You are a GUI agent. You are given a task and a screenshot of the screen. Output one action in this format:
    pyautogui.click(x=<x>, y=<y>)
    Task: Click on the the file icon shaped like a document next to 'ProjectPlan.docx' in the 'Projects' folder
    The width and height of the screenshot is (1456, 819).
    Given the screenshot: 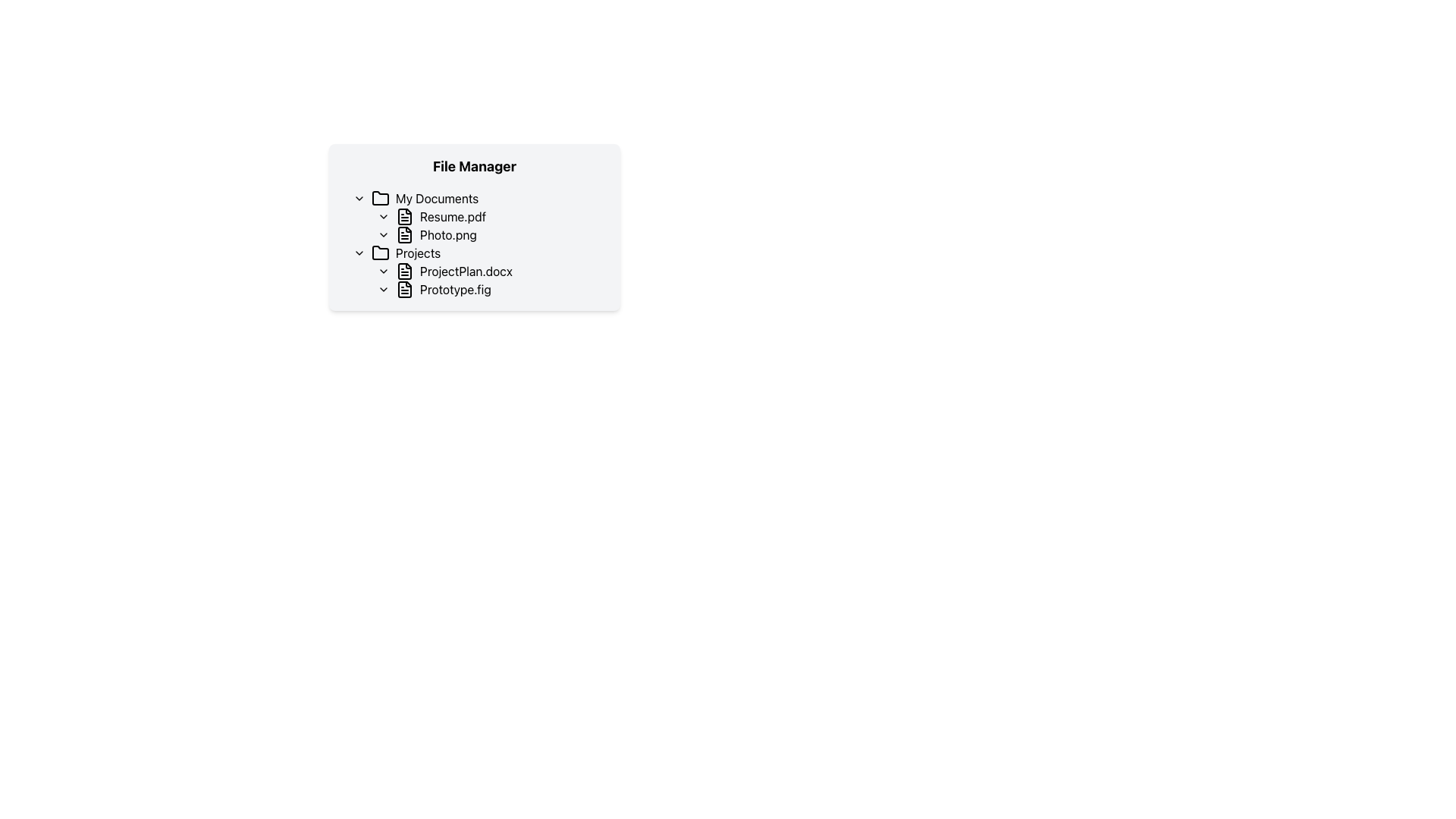 What is the action you would take?
    pyautogui.click(x=404, y=271)
    